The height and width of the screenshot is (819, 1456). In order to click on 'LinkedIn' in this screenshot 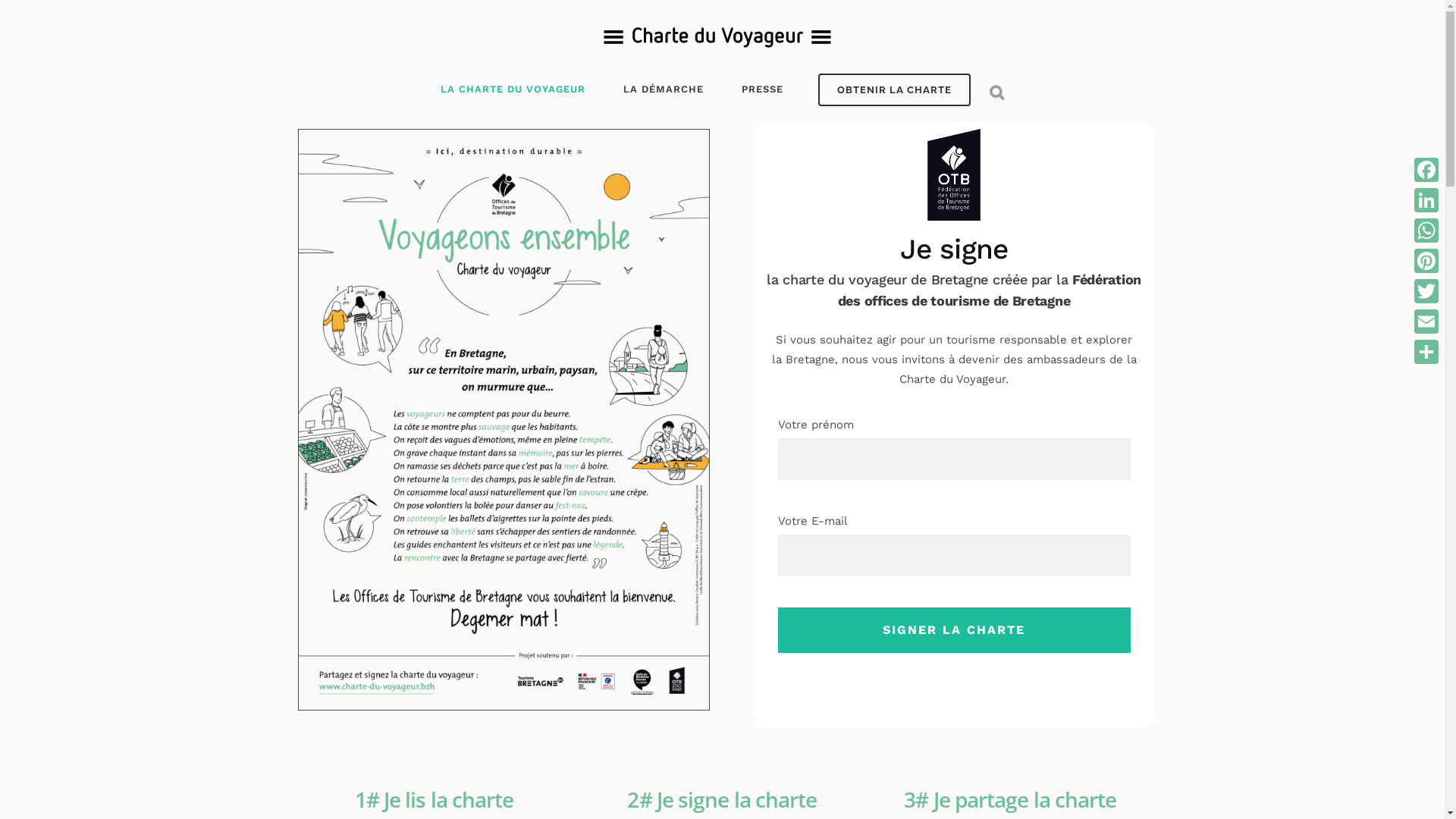, I will do `click(1426, 199)`.